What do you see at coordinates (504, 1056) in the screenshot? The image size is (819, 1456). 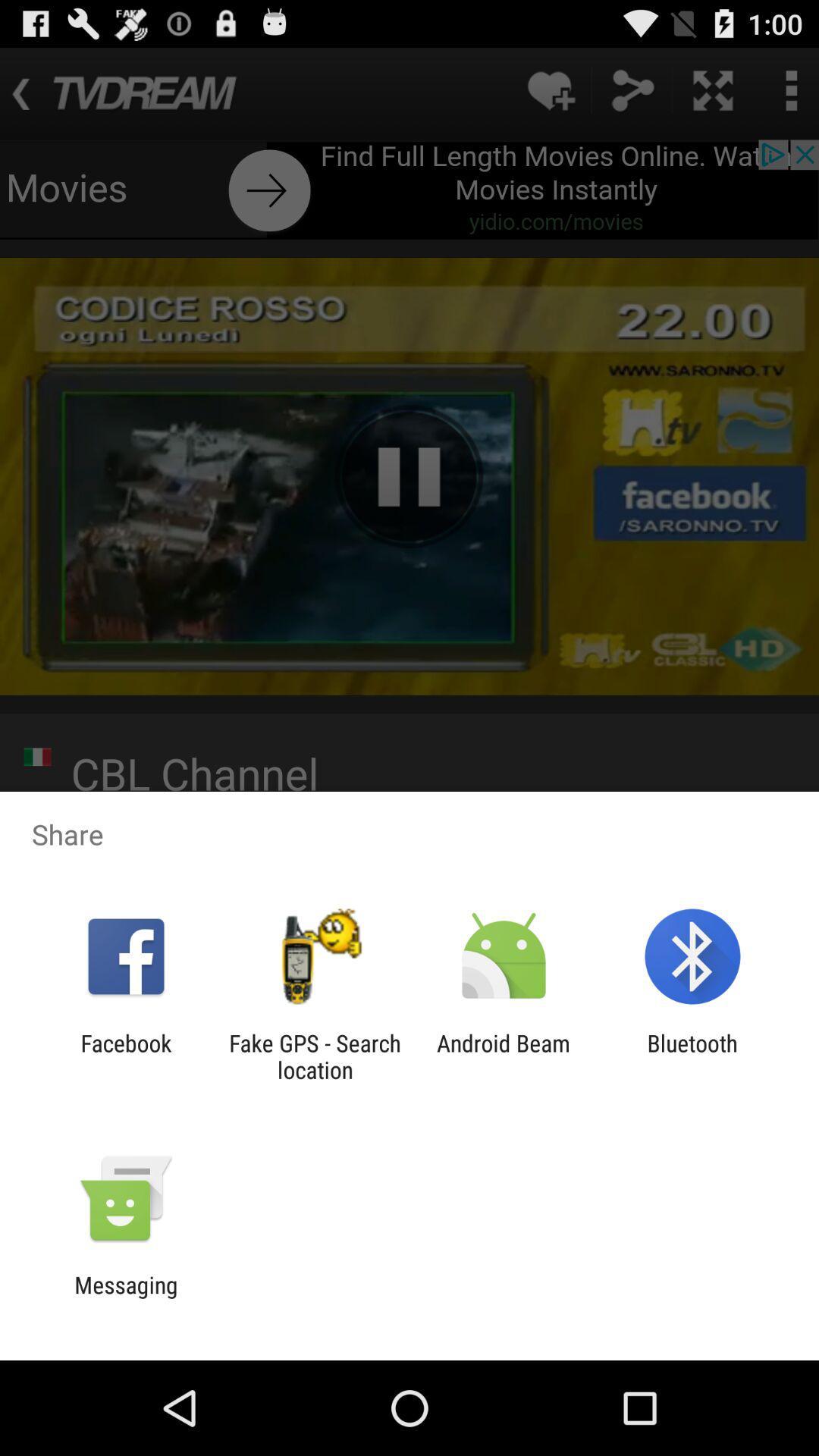 I see `android beam app` at bounding box center [504, 1056].